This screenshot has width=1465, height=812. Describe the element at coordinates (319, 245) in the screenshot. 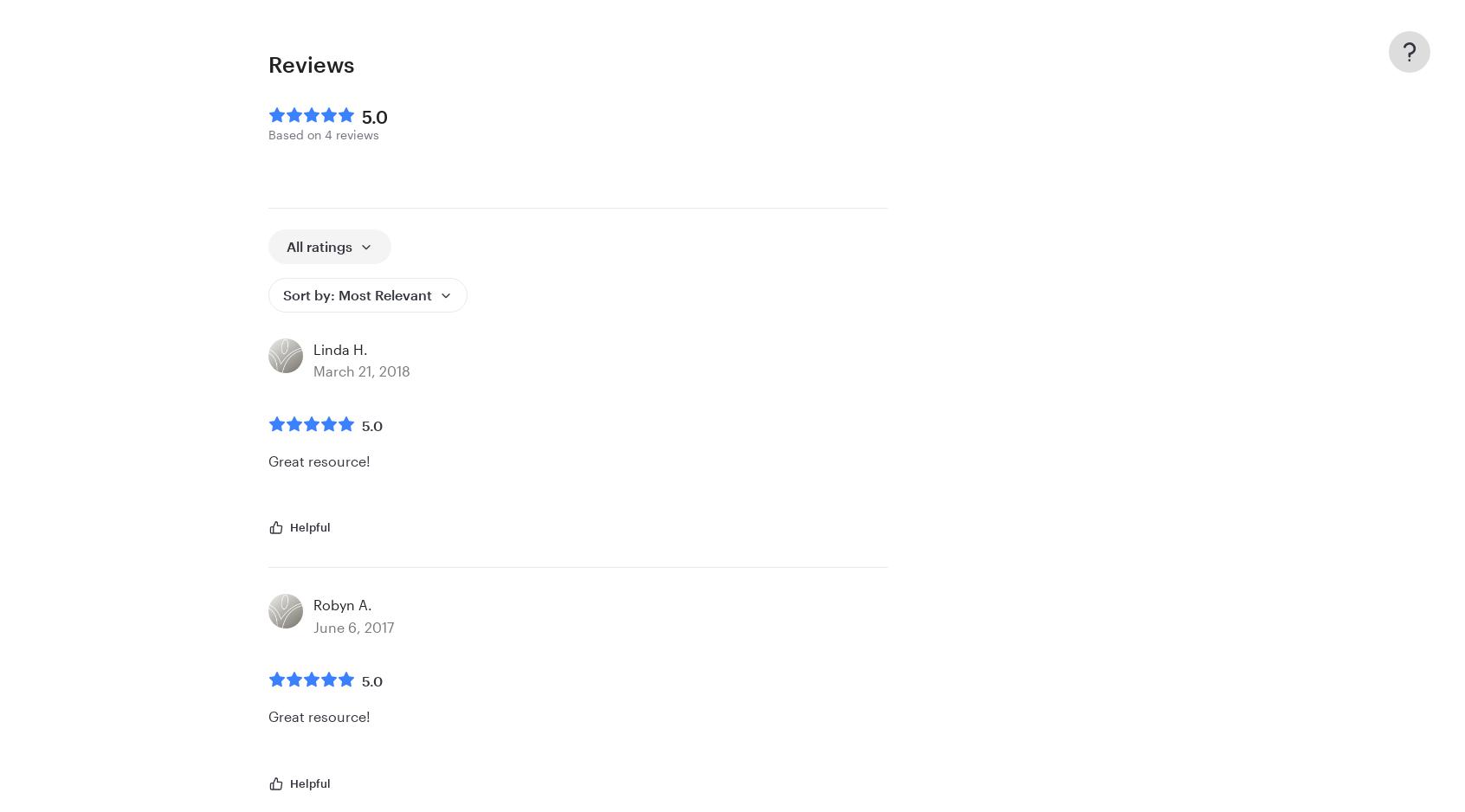

I see `'All ratings'` at that location.